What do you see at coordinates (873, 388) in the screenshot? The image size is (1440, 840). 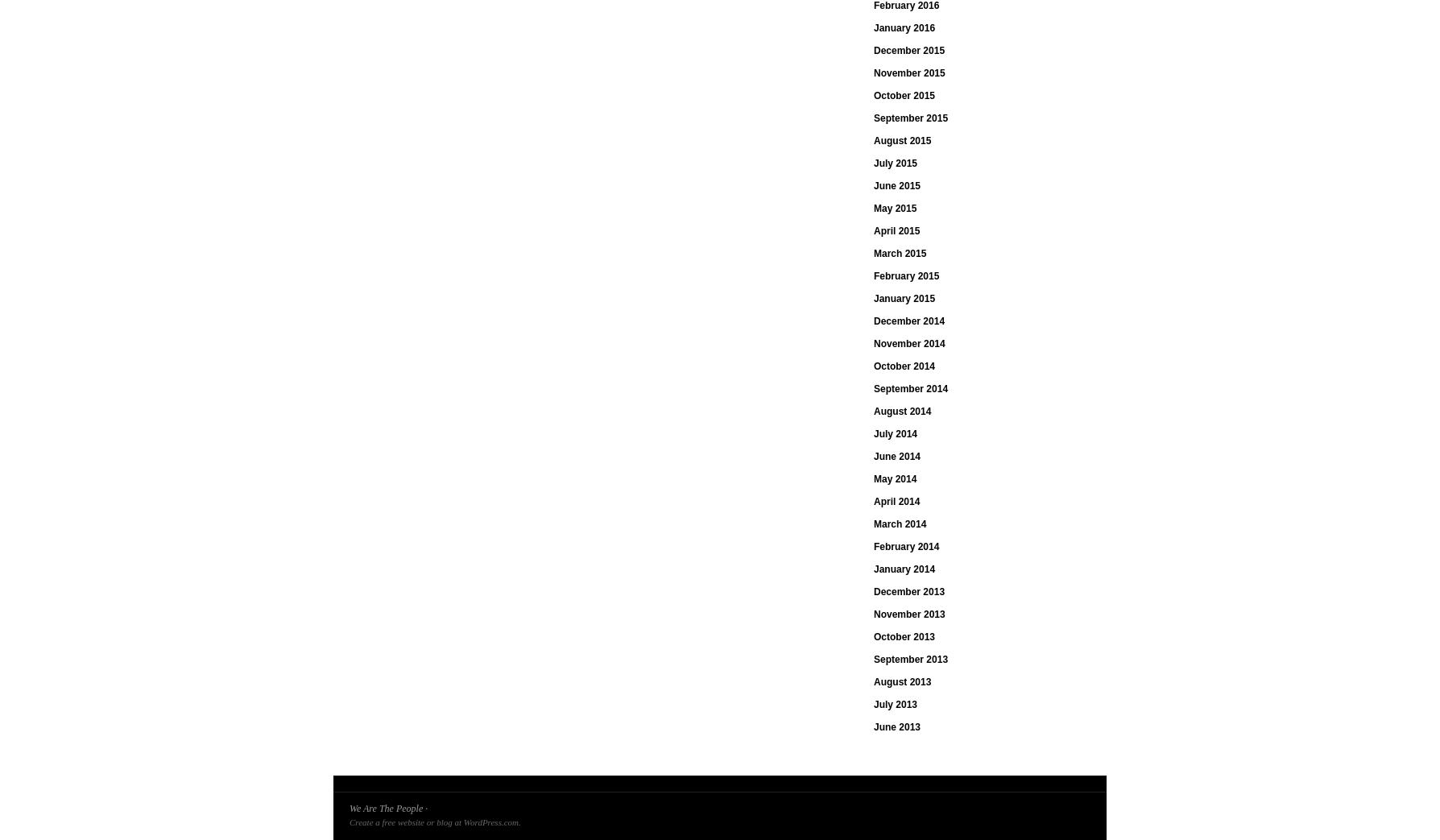 I see `'September 2014'` at bounding box center [873, 388].